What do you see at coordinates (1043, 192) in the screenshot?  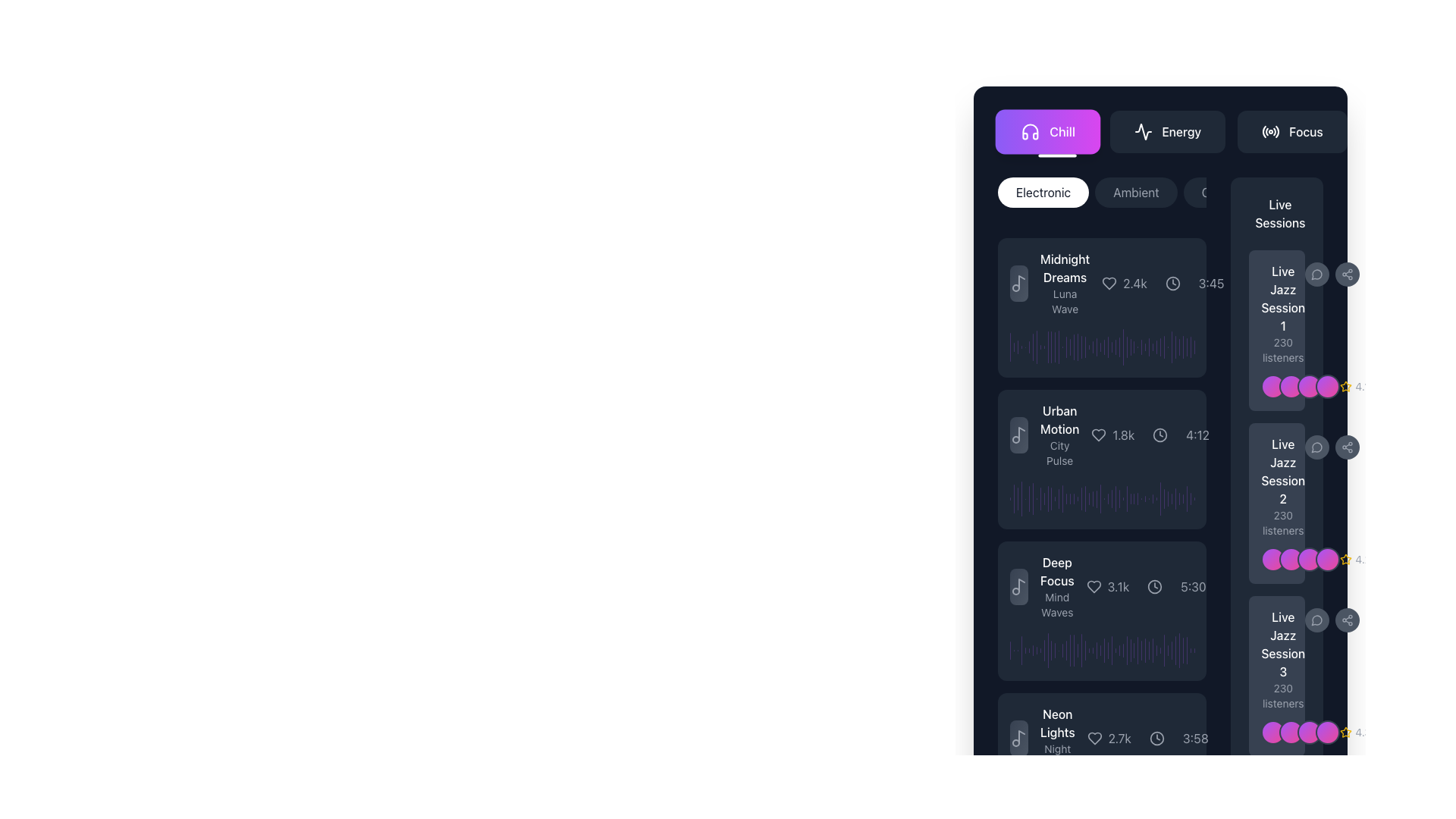 I see `the 'Electronic' music genre button, which is the first button in a horizontal ribbon of category selectors` at bounding box center [1043, 192].